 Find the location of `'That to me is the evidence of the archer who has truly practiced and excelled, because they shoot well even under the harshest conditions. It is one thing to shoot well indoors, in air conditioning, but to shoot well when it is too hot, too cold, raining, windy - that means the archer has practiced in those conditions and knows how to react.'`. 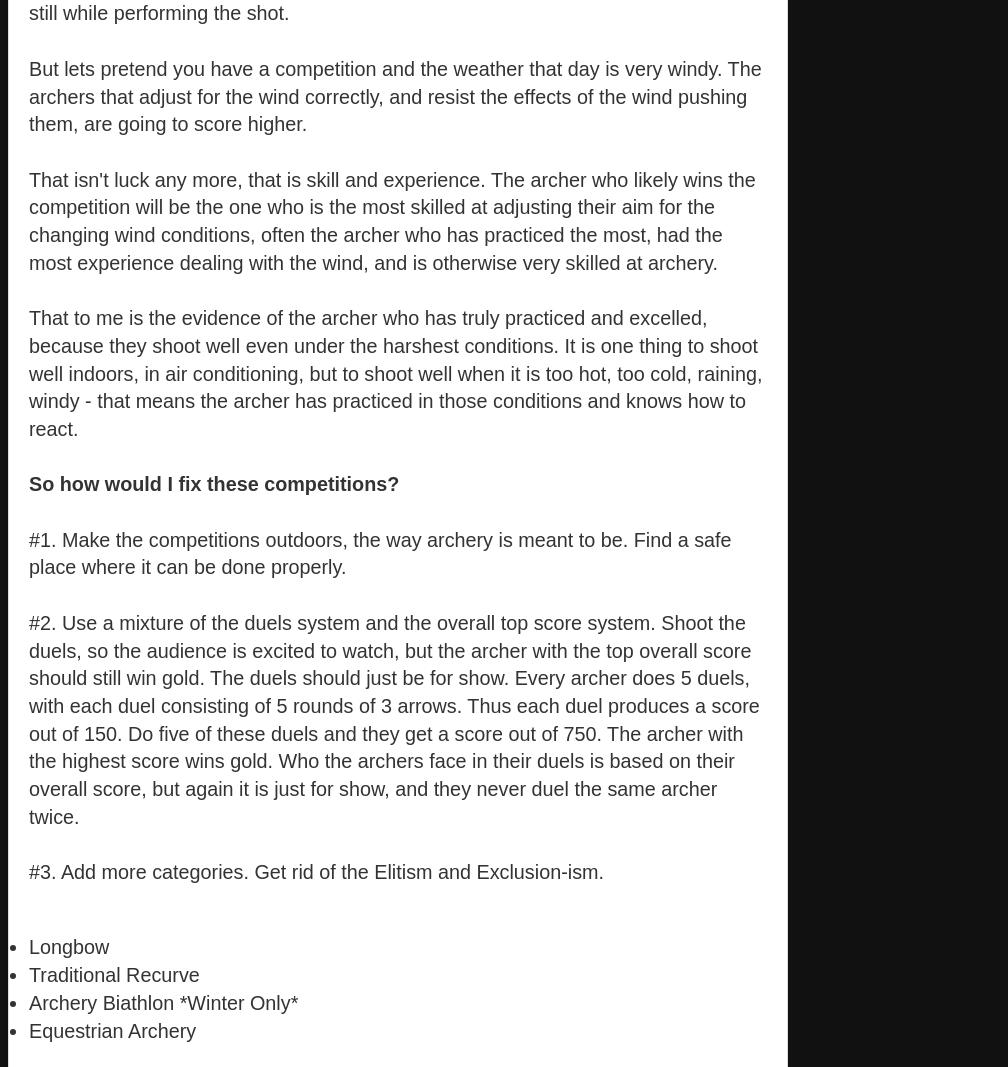

'That to me is the evidence of the archer who has truly practiced and excelled, because they shoot well even under the harshest conditions. It is one thing to shoot well indoors, in air conditioning, but to shoot well when it is too hot, too cold, raining, windy - that means the archer has practiced in those conditions and knows how to react.' is located at coordinates (29, 372).